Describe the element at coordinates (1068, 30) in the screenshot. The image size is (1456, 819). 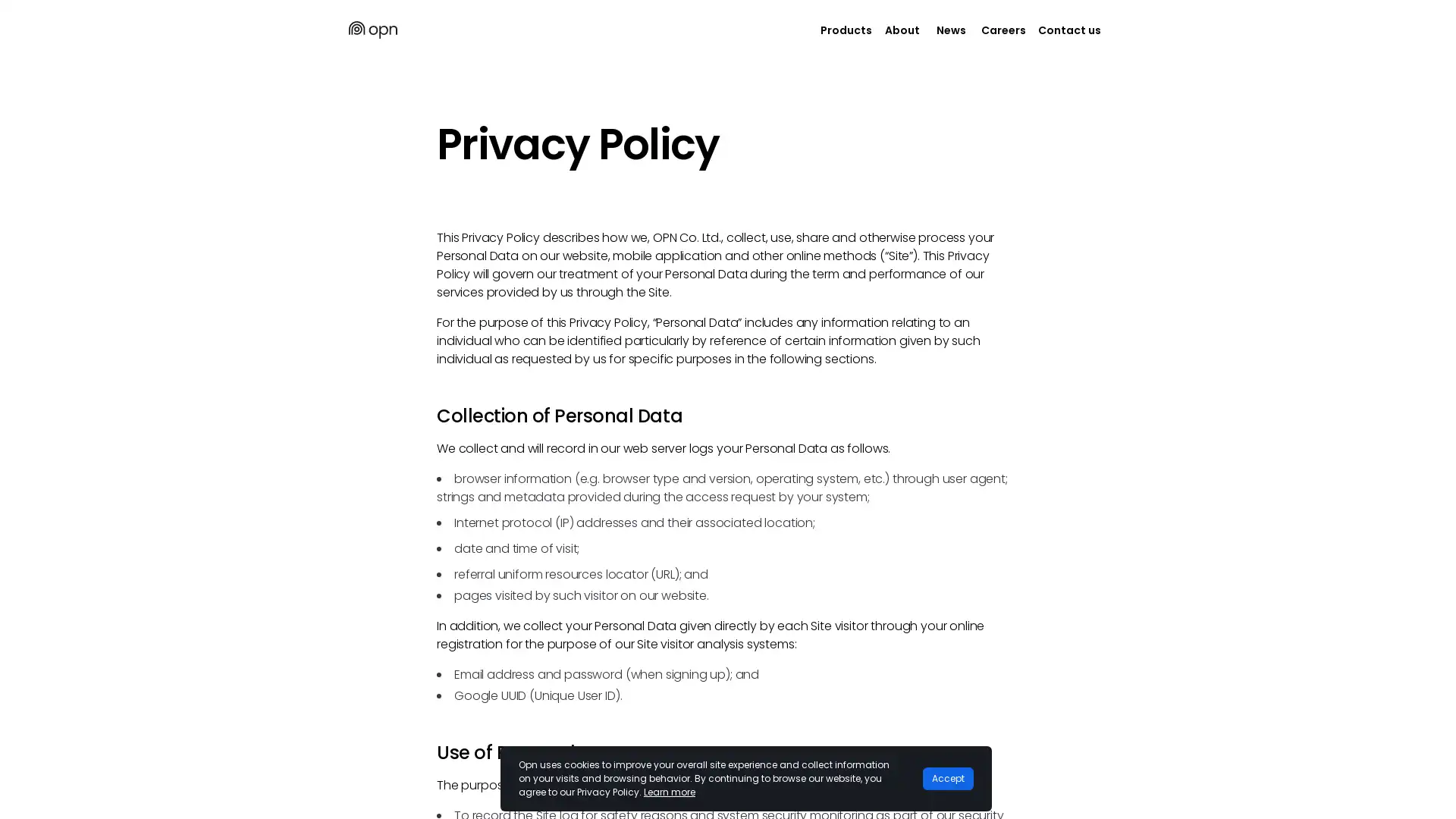
I see `Contact us` at that location.